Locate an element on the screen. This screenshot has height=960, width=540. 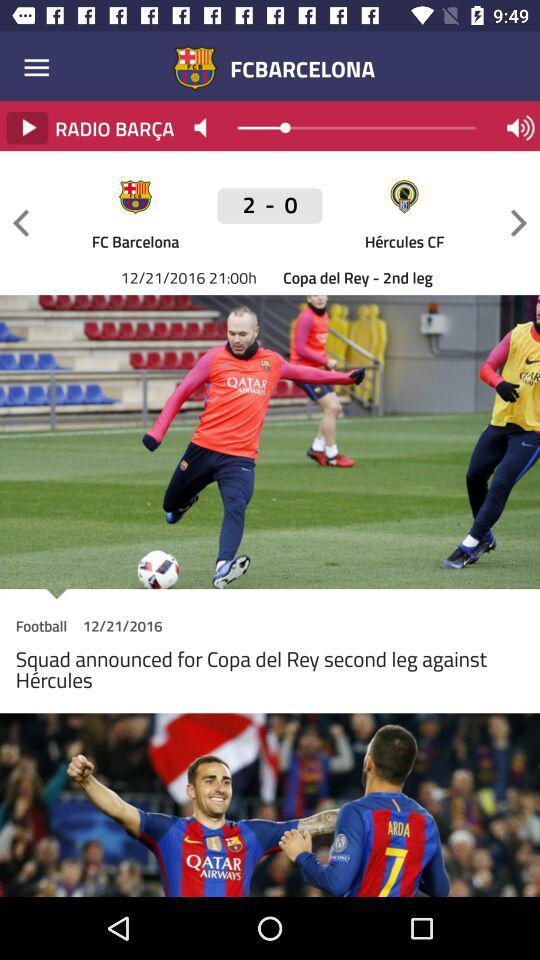
next is located at coordinates (518, 223).